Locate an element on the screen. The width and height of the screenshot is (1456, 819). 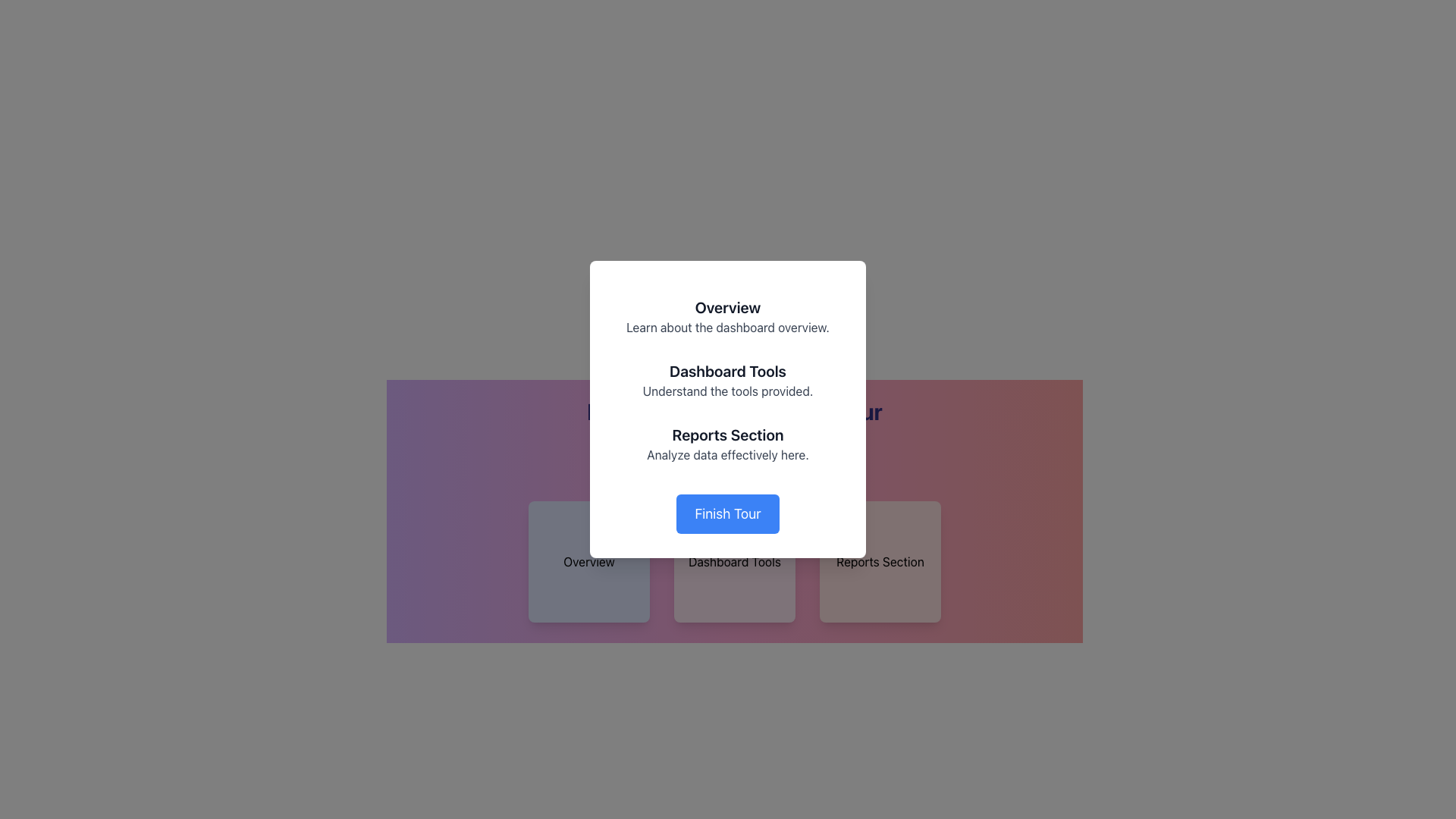
the first static informational card in the 'Overview' section, which serves as a placeholder for navigation and information is located at coordinates (588, 561).